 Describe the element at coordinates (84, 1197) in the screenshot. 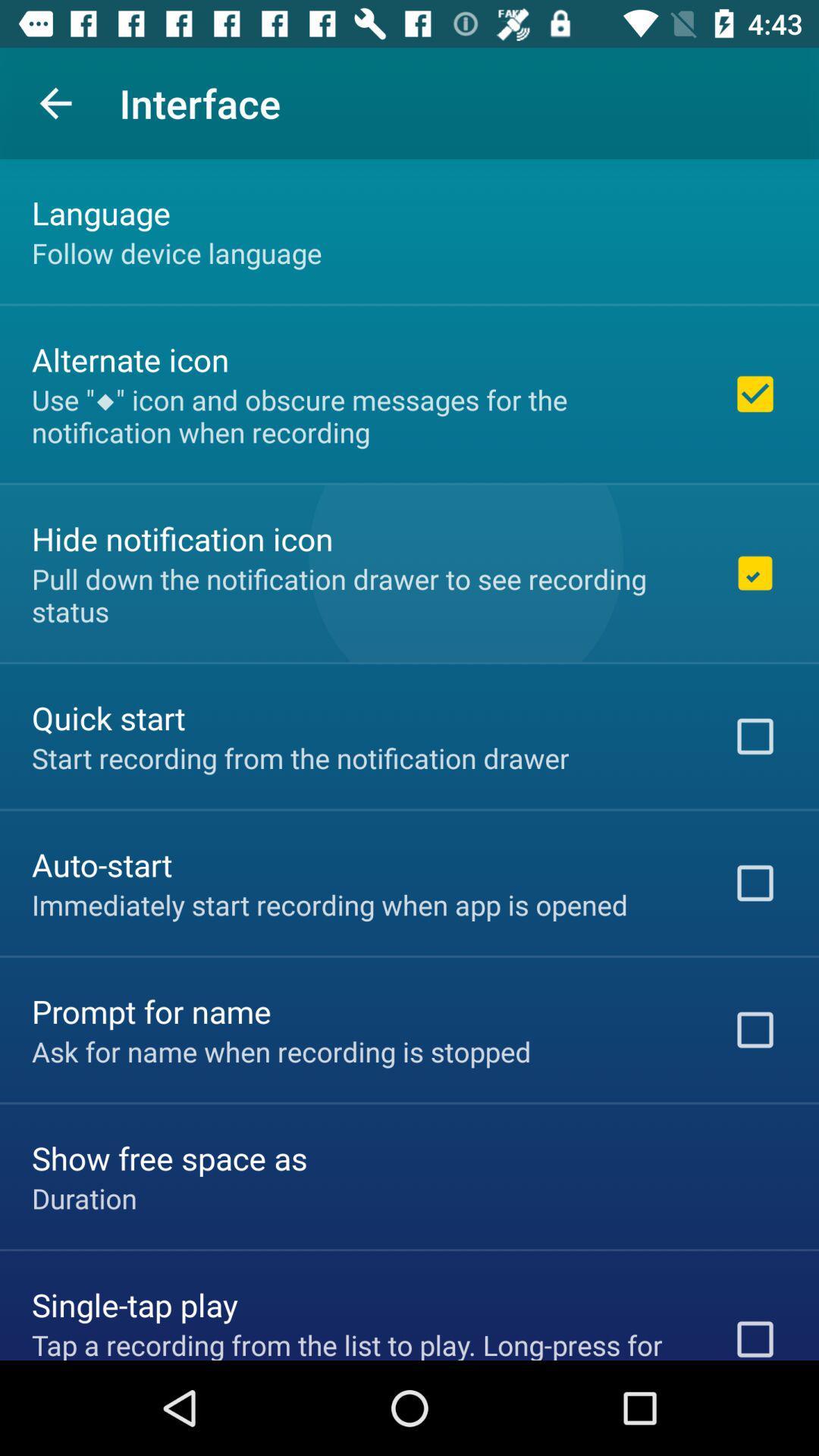

I see `the duration` at that location.